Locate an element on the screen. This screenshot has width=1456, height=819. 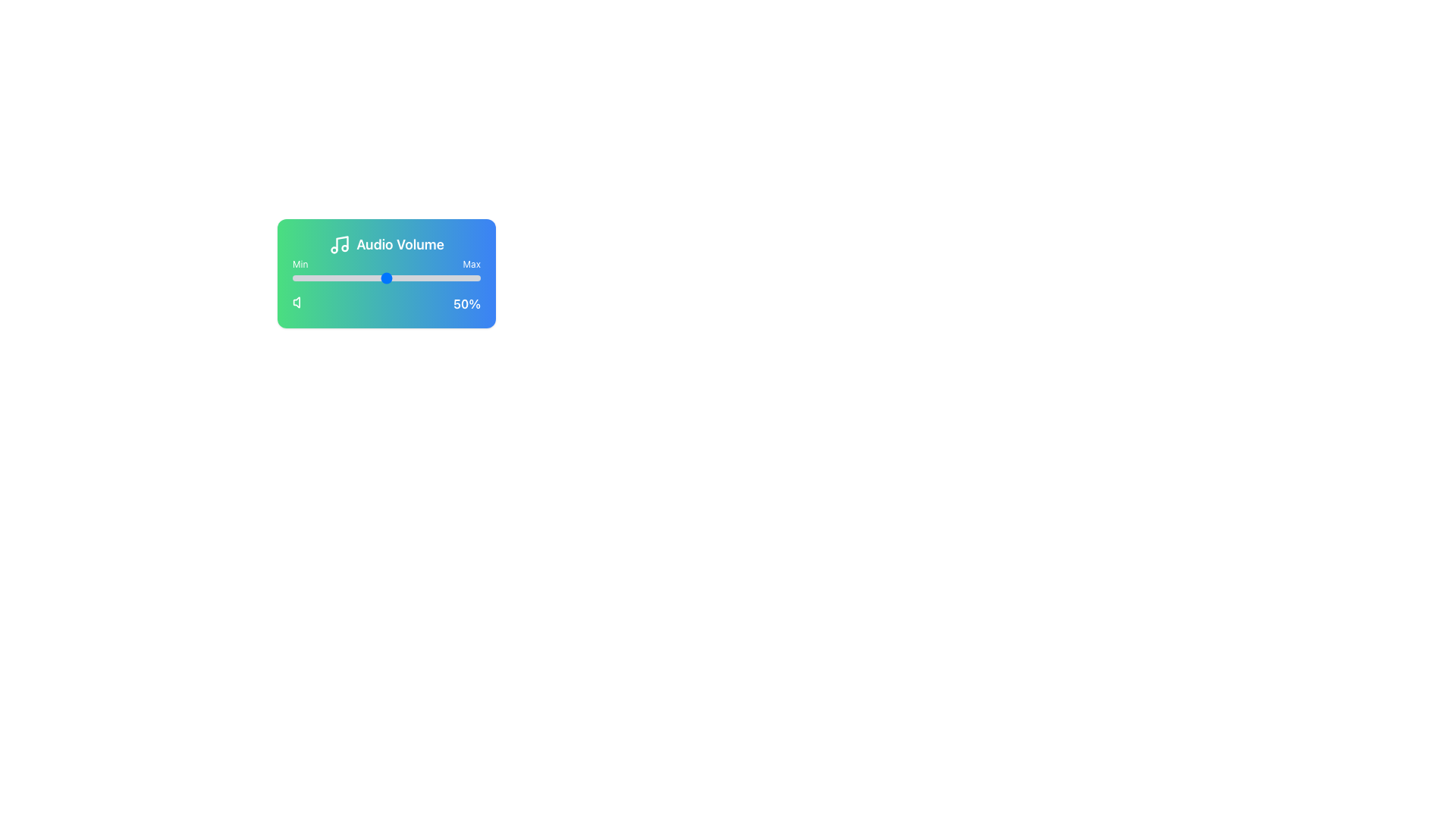
the volume is located at coordinates (318, 278).